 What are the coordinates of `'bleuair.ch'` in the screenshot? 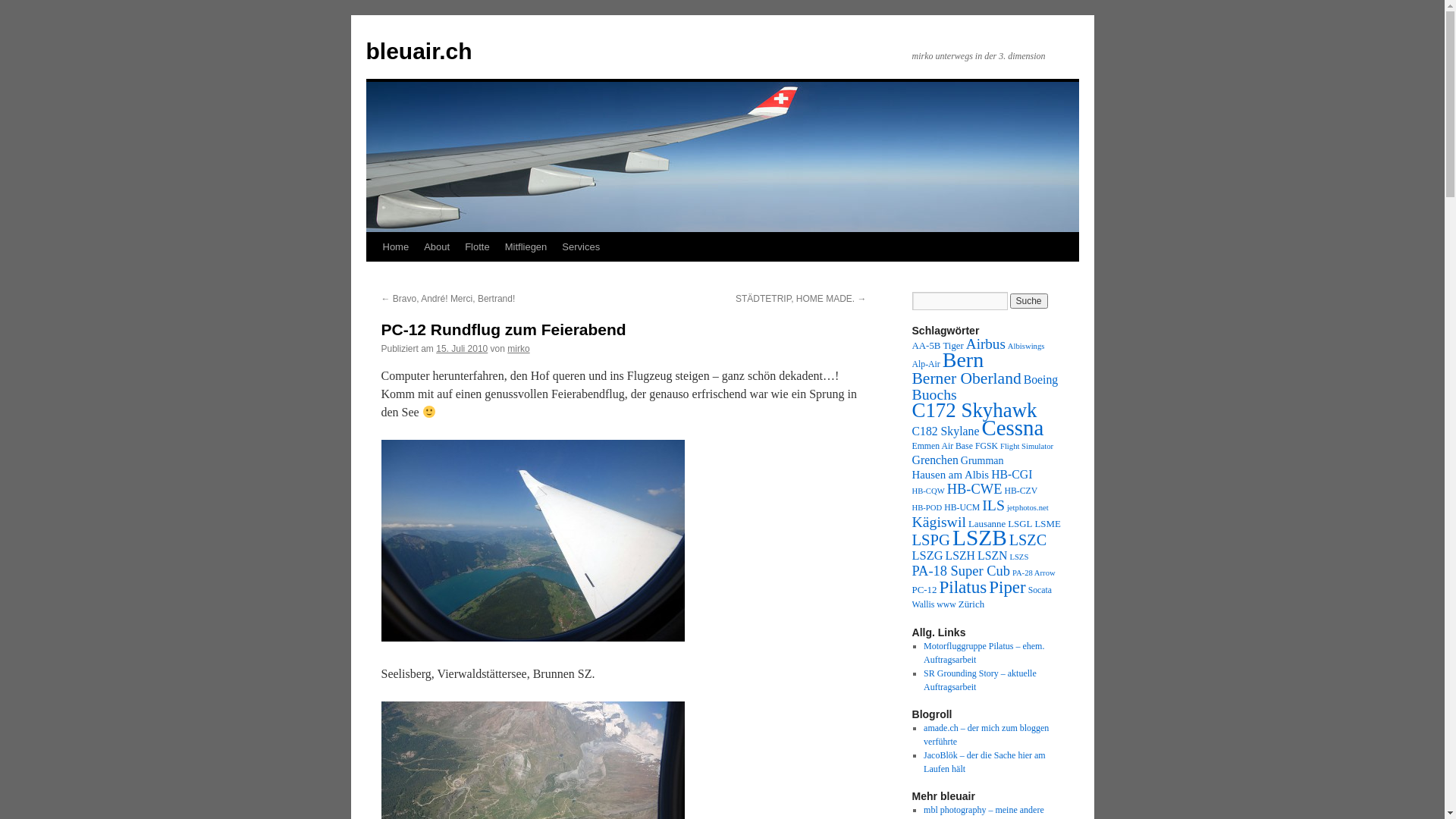 It's located at (419, 50).